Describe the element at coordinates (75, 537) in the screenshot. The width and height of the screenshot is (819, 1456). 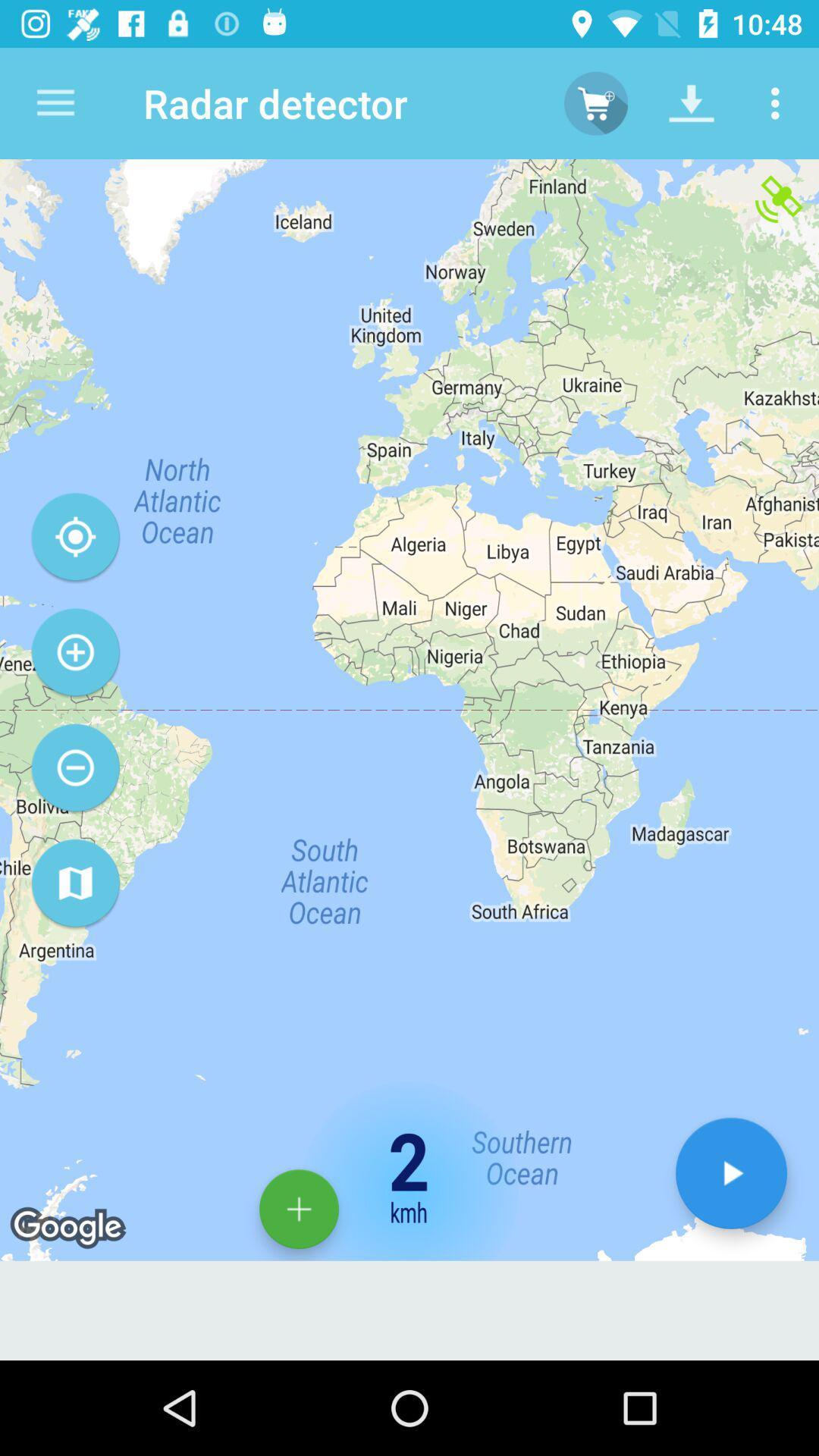
I see `the location_crosshair icon` at that location.